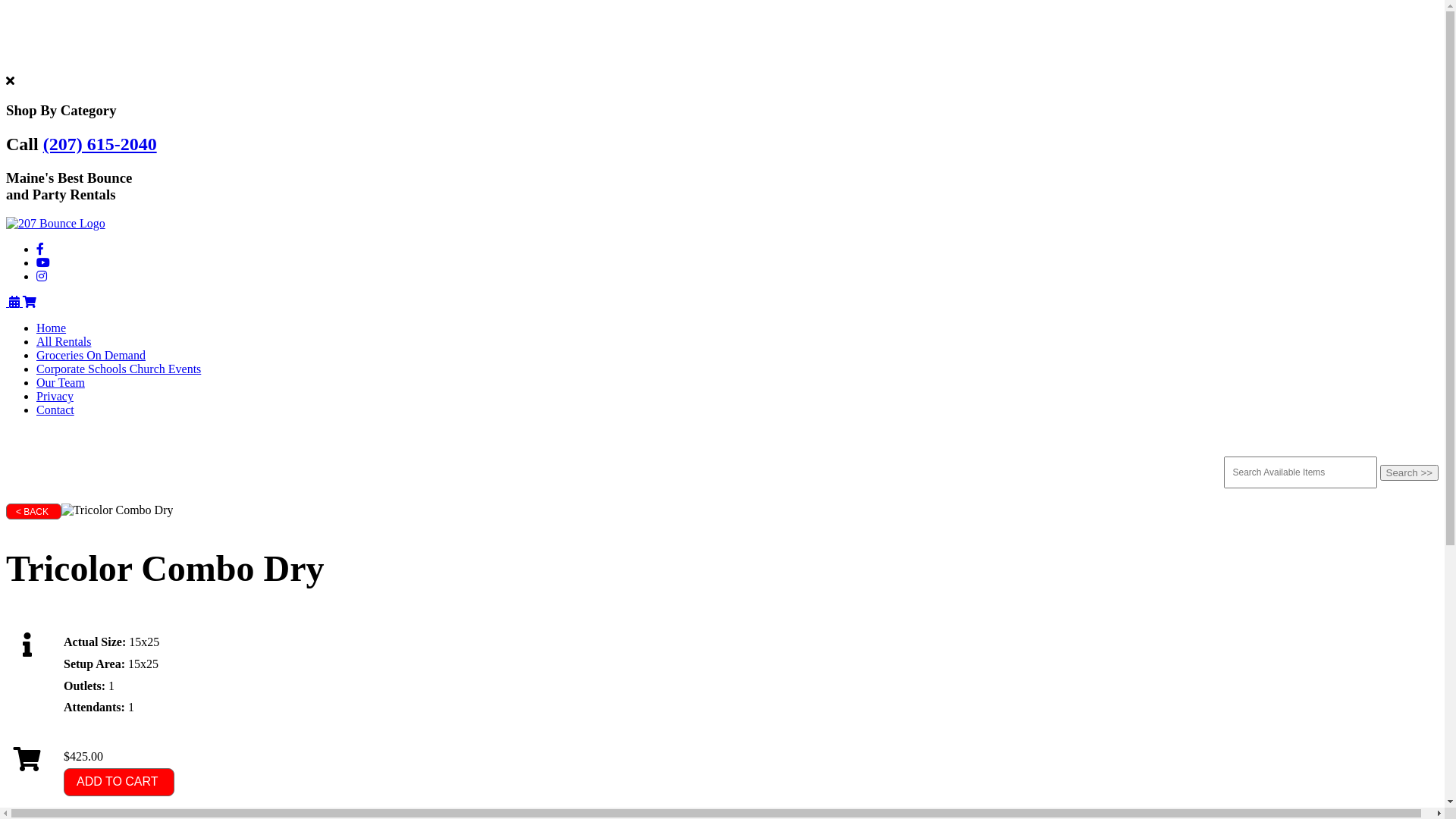 The height and width of the screenshot is (819, 1456). What do you see at coordinates (62, 341) in the screenshot?
I see `'All Rentals'` at bounding box center [62, 341].